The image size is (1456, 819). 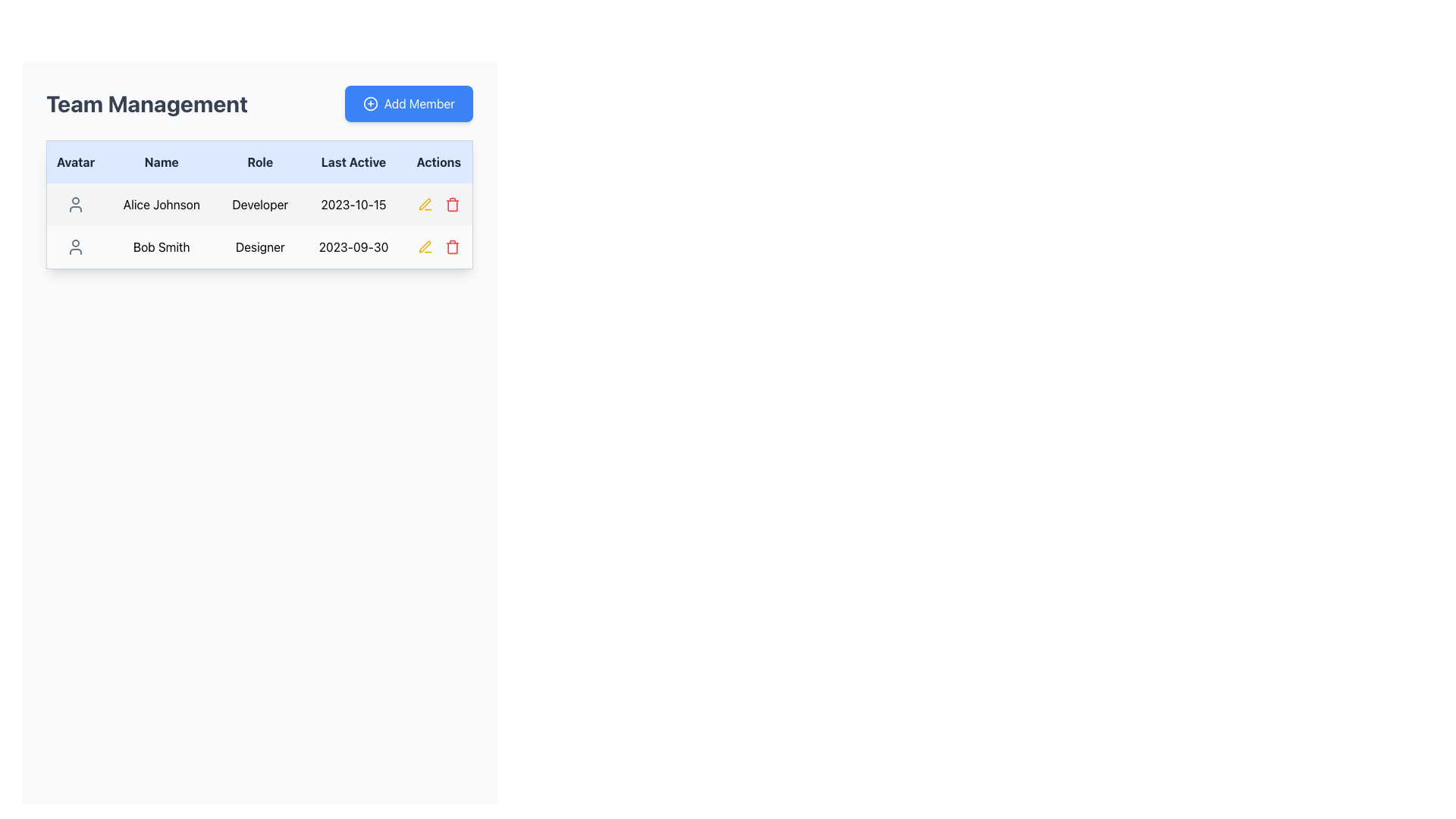 What do you see at coordinates (370, 103) in the screenshot?
I see `the circular icon with a plus sign inside` at bounding box center [370, 103].